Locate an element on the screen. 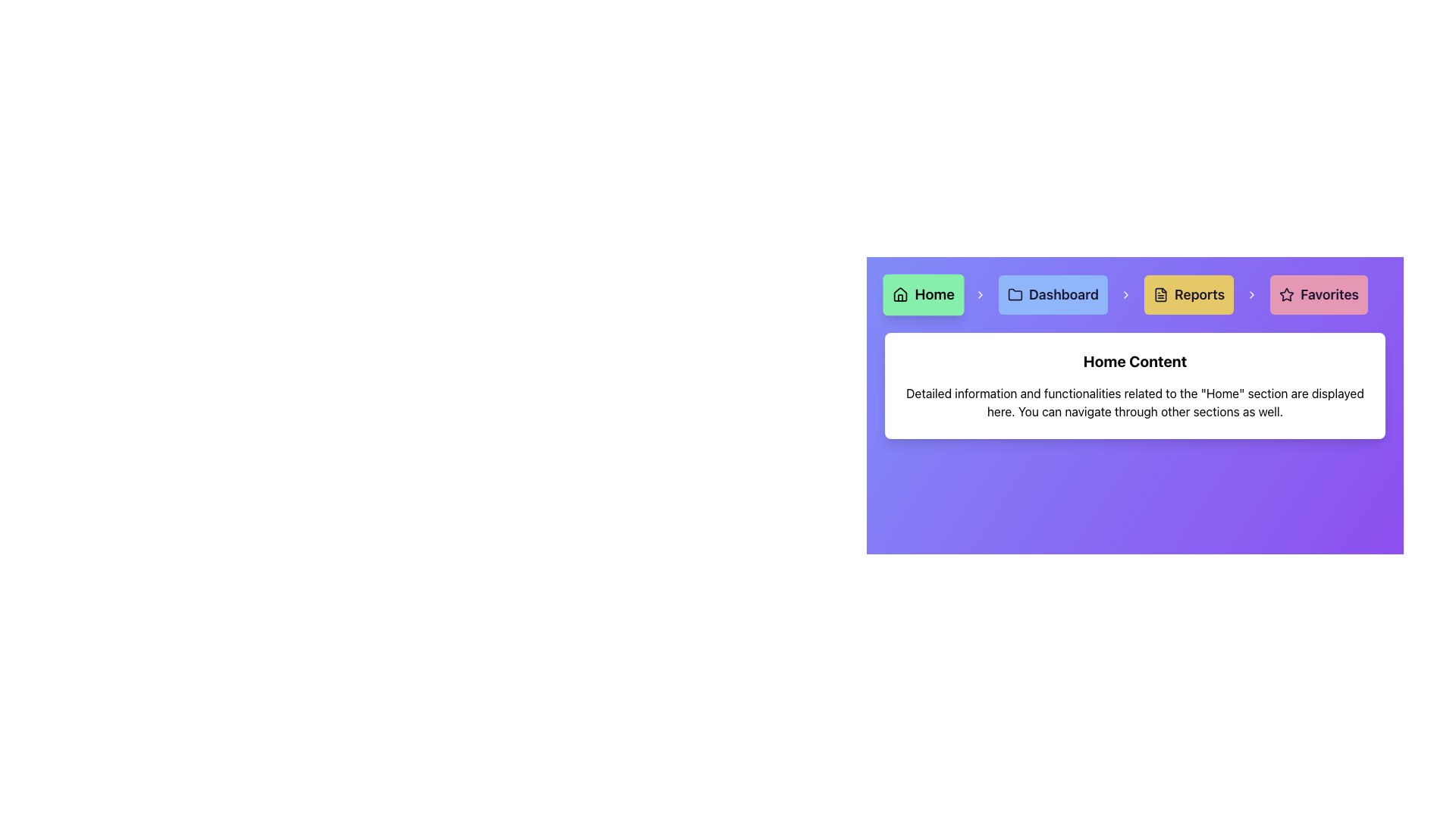 The height and width of the screenshot is (819, 1456). the stylistic representation of the house icon that is part of the 'Home' navigation button on the green button located at the top left of the page is located at coordinates (900, 294).